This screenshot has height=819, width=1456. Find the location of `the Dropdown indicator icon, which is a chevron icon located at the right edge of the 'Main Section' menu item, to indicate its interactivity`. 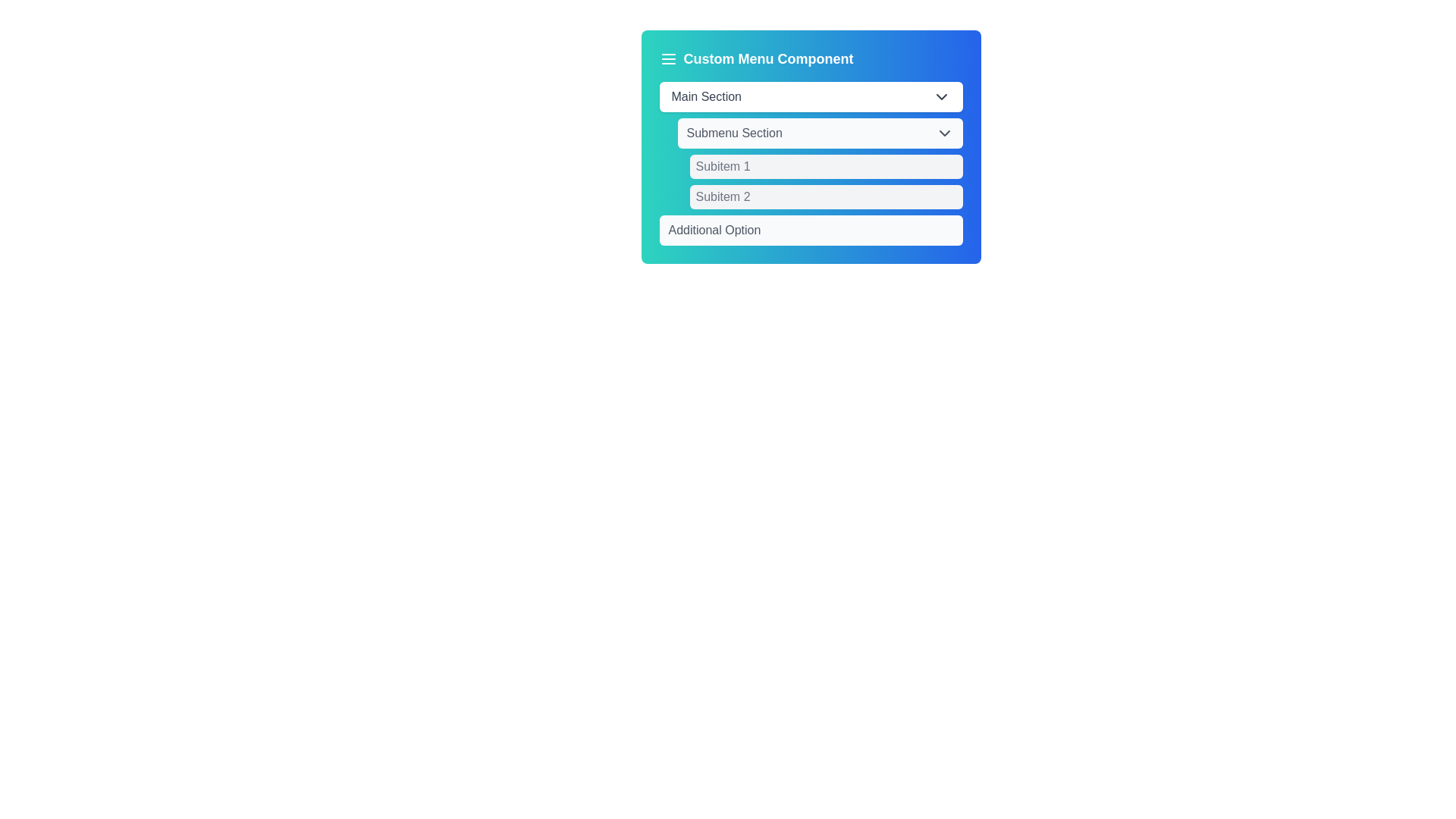

the Dropdown indicator icon, which is a chevron icon located at the right edge of the 'Main Section' menu item, to indicate its interactivity is located at coordinates (940, 96).